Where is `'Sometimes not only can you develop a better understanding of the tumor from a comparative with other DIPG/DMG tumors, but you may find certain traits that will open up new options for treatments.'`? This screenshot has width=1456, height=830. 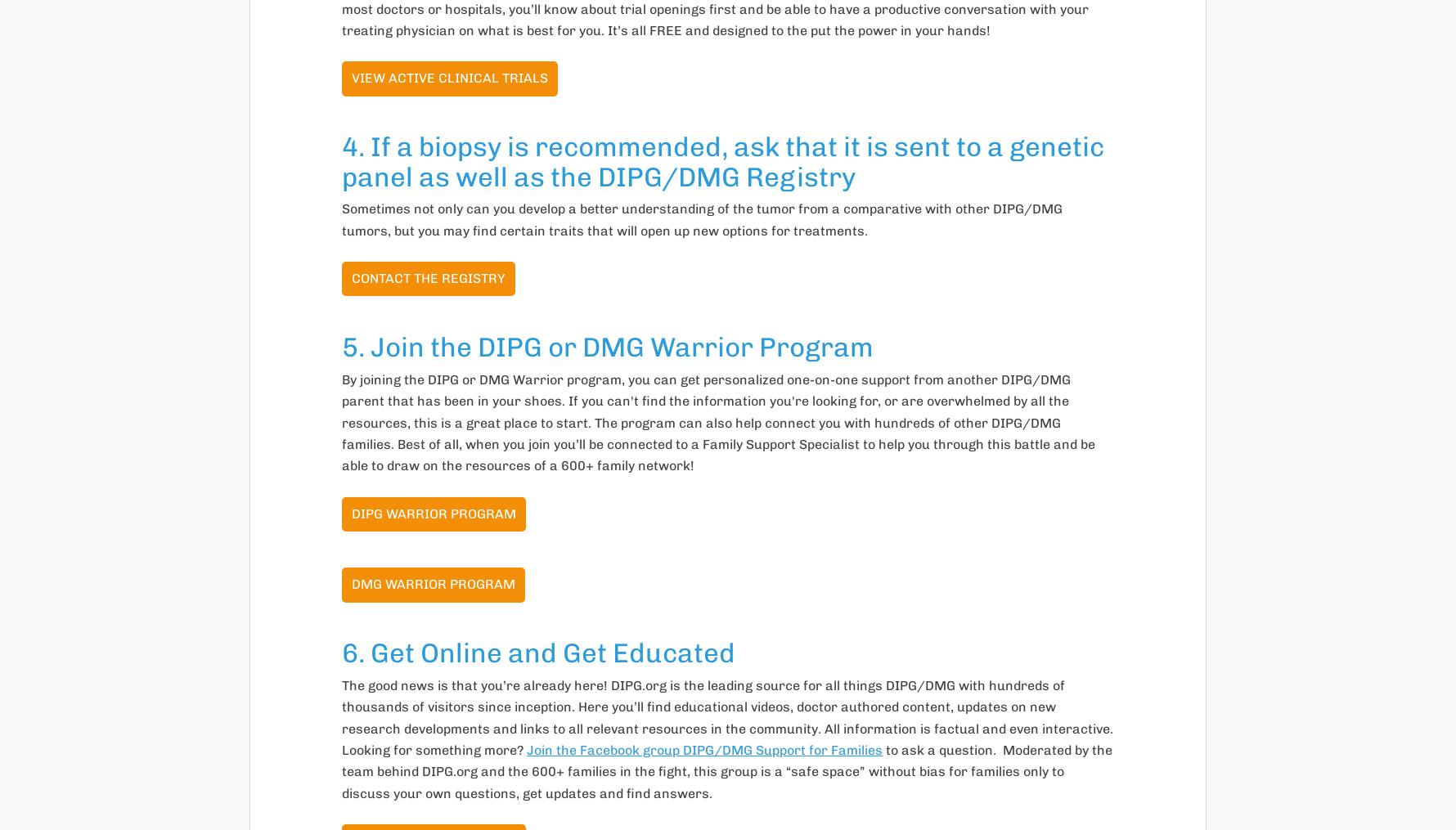 'Sometimes not only can you develop a better understanding of the tumor from a comparative with other DIPG/DMG tumors, but you may find certain traits that will open up new options for treatments.' is located at coordinates (701, 219).